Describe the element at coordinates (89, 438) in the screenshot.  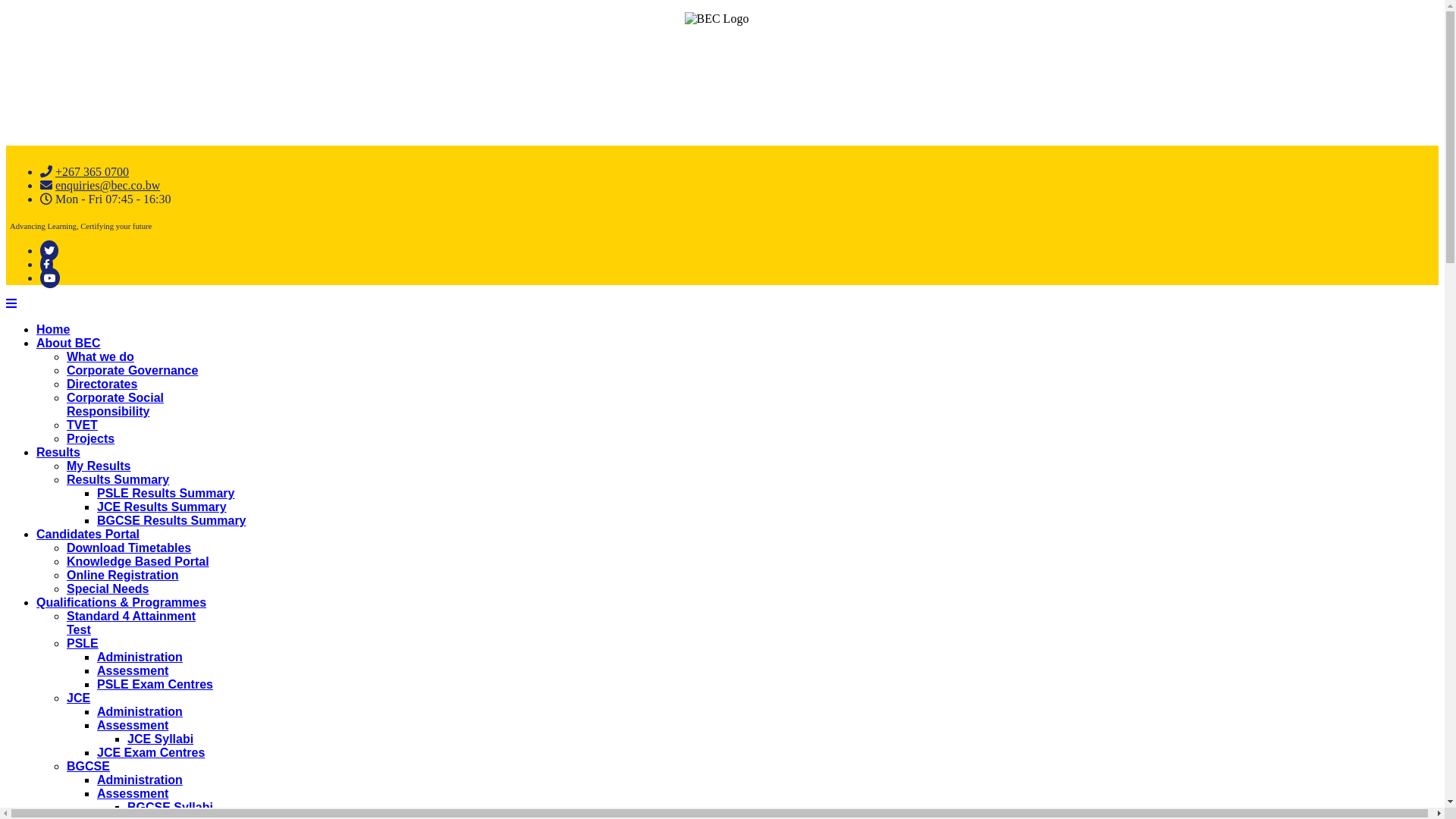
I see `'Projects'` at that location.